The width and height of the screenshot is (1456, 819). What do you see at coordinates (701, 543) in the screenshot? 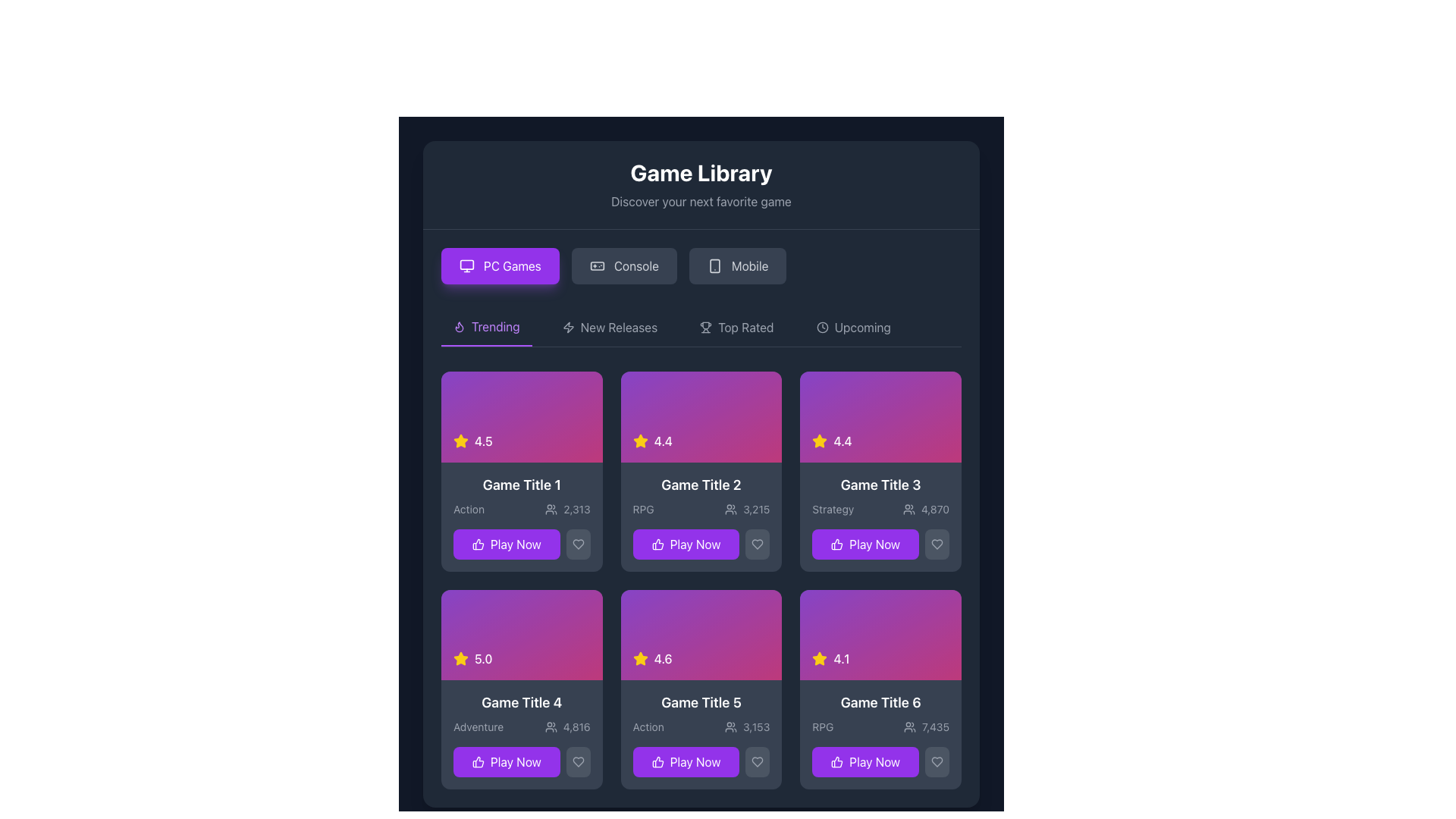
I see `the button` at bounding box center [701, 543].